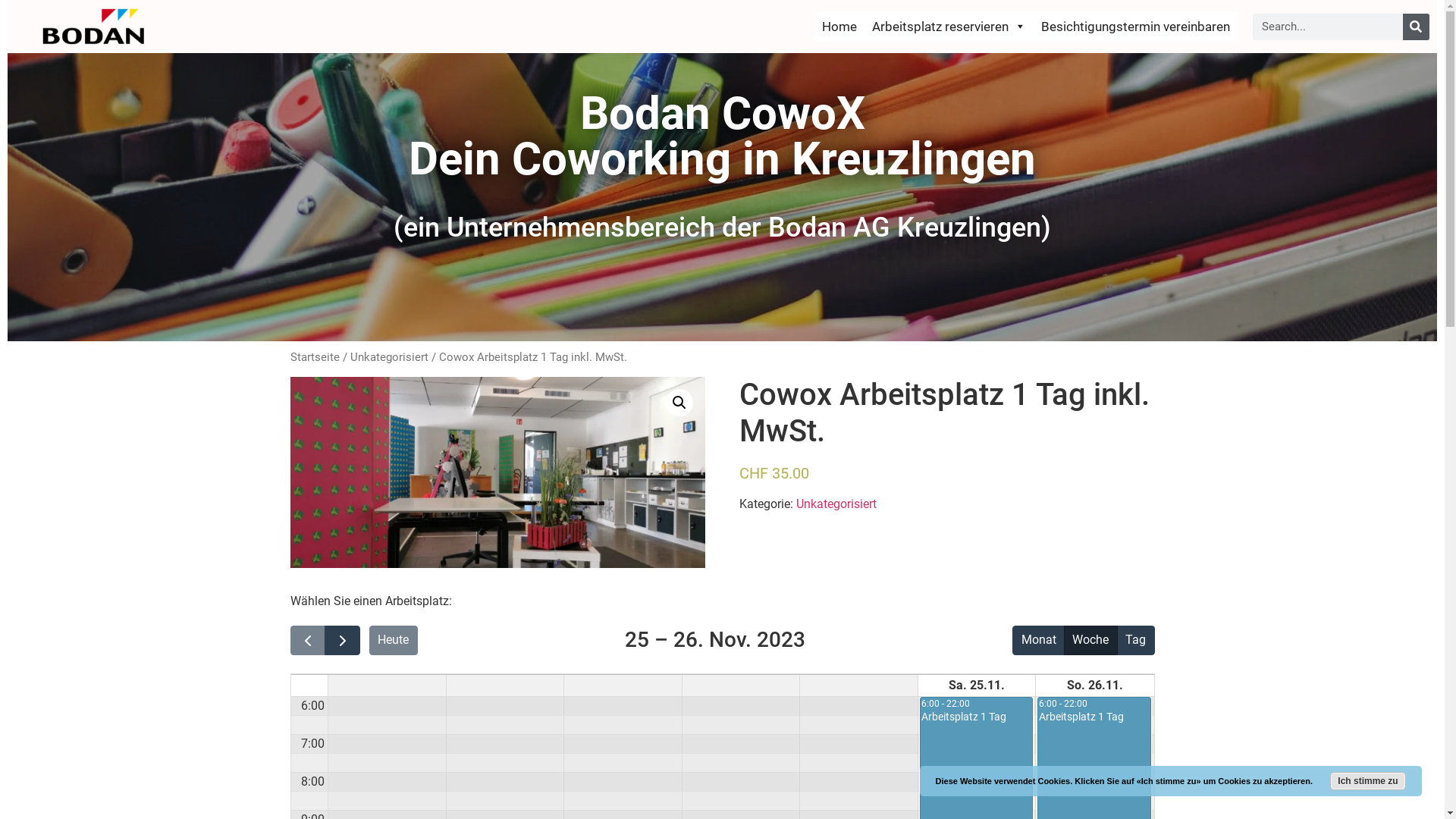  Describe the element at coordinates (313, 356) in the screenshot. I see `'Startseite'` at that location.